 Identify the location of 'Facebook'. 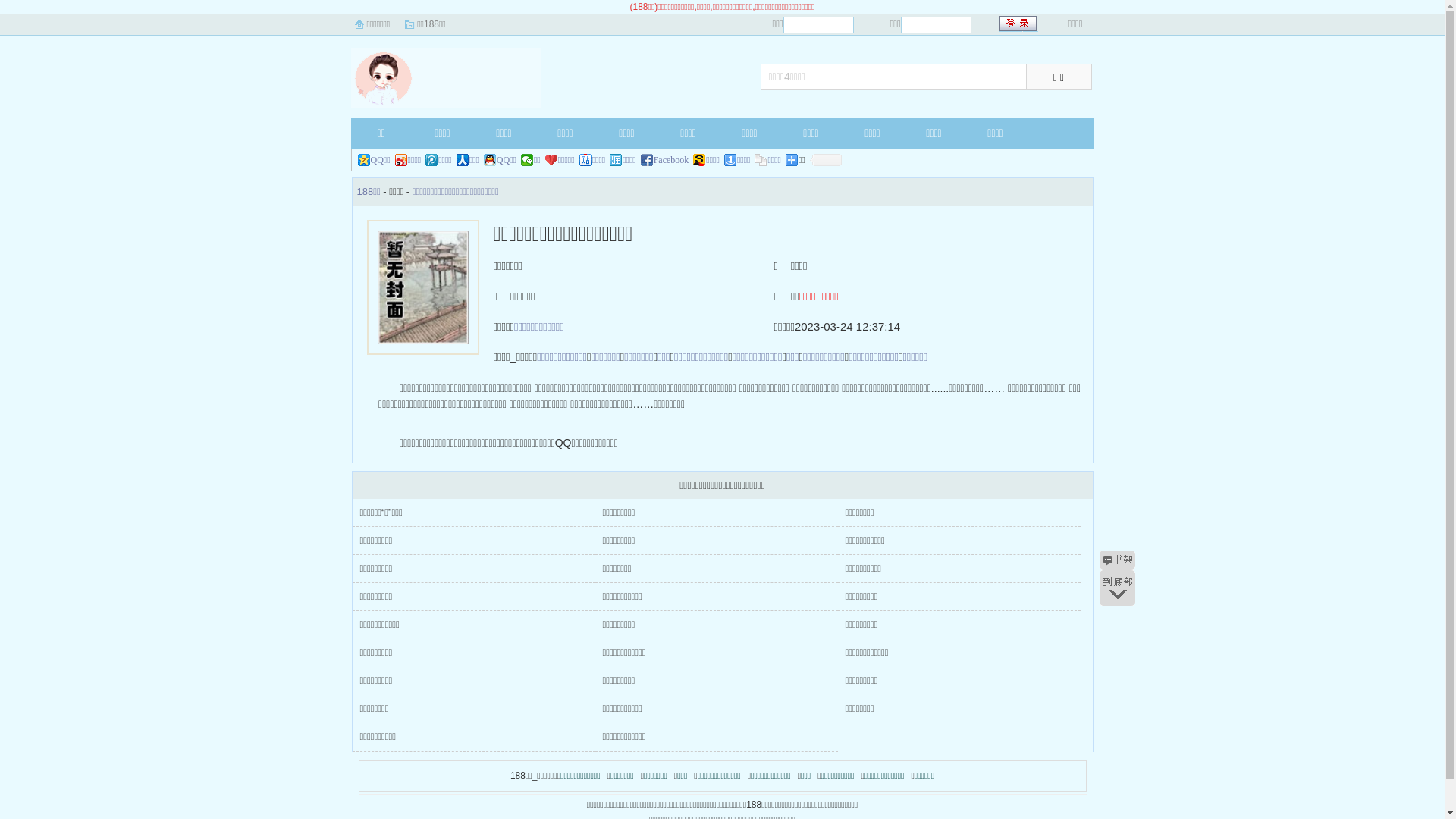
(665, 160).